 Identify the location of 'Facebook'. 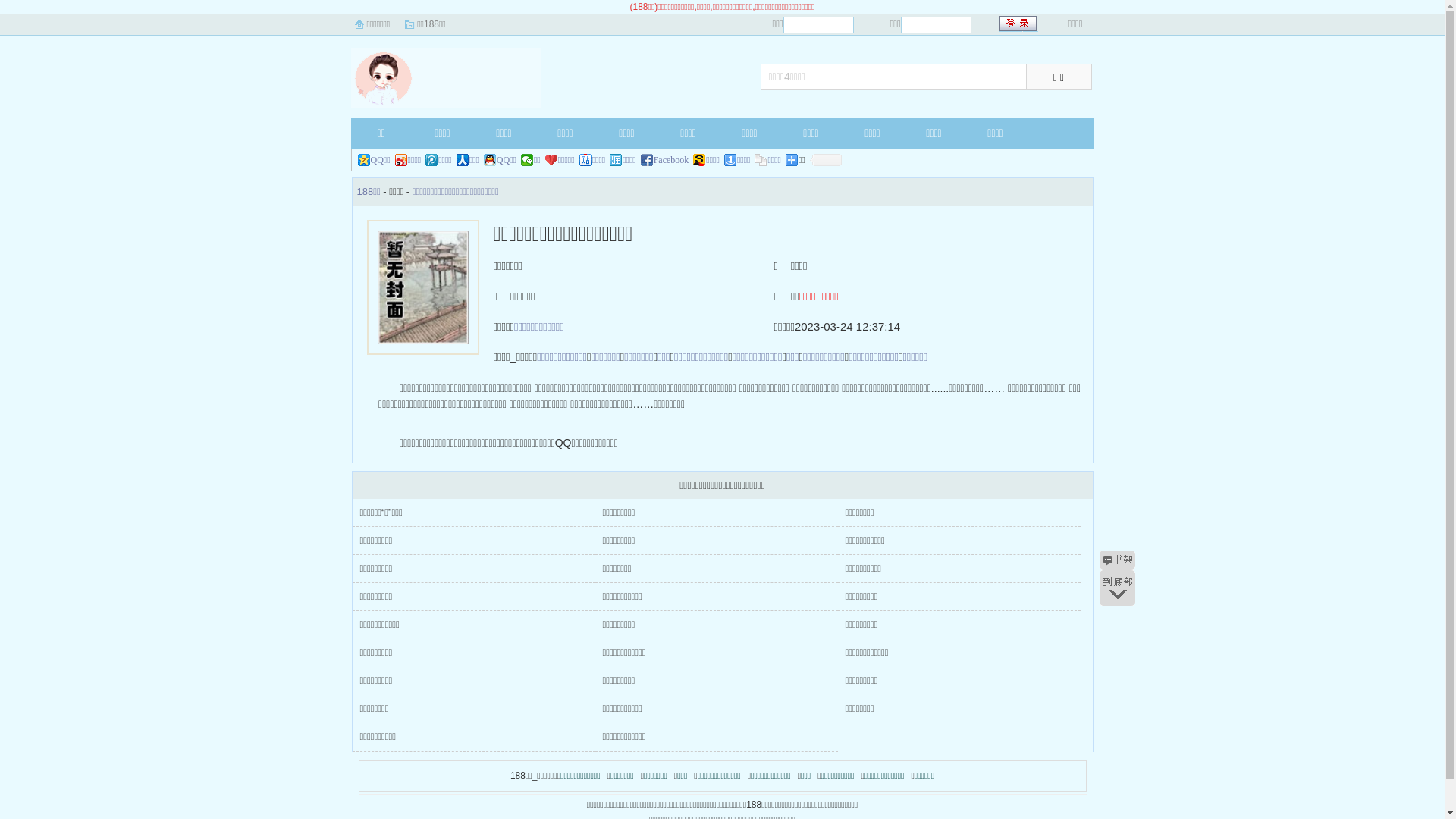
(665, 160).